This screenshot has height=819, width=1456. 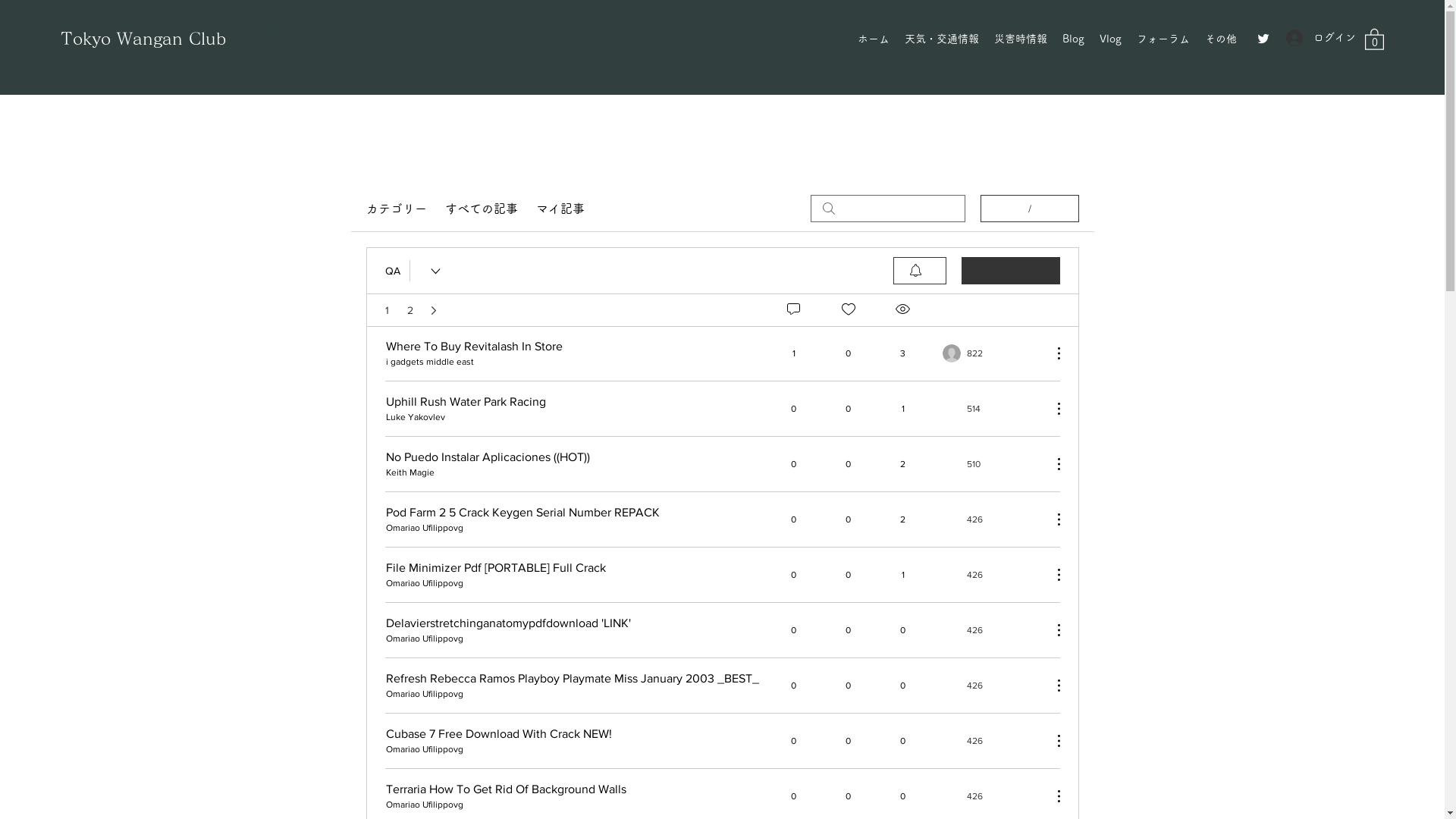 What do you see at coordinates (464, 400) in the screenshot?
I see `'Uphill Rush Water Park Racing'` at bounding box center [464, 400].